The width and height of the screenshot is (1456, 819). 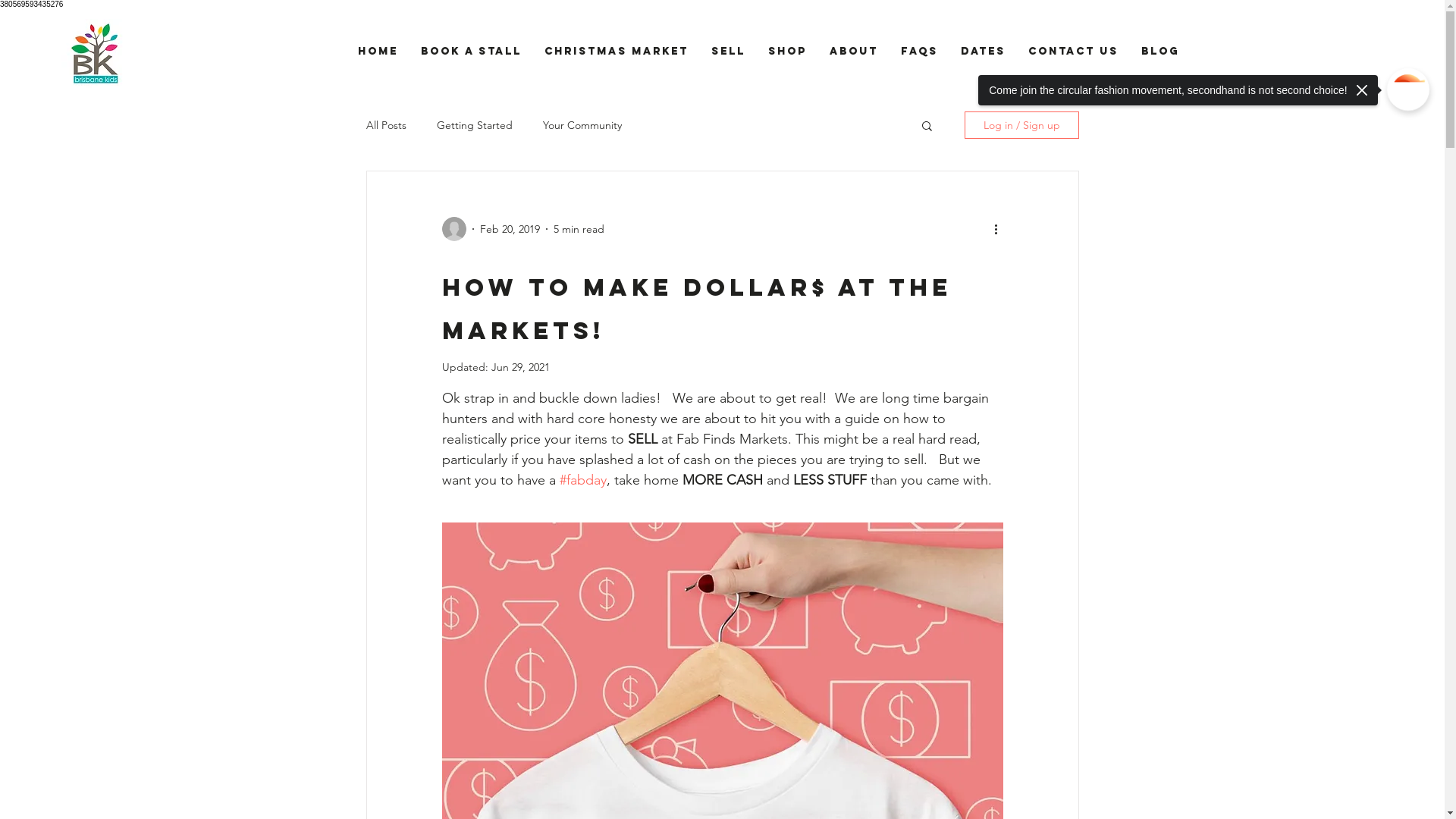 What do you see at coordinates (473, 124) in the screenshot?
I see `'Getting Started'` at bounding box center [473, 124].